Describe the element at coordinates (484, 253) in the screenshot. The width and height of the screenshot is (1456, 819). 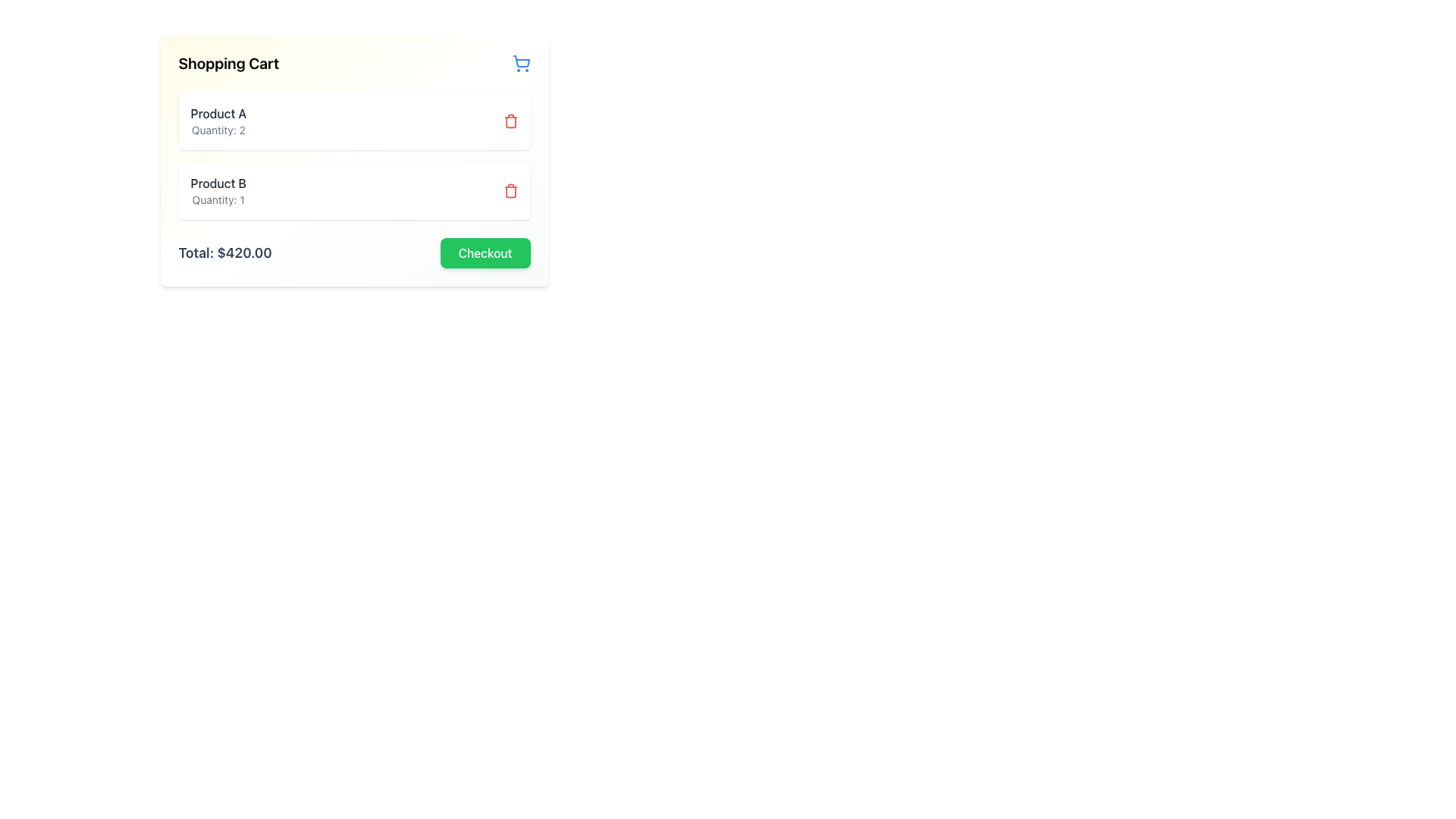
I see `the checkout button located at the bottom-right of the e-commerce interface using keyboard navigation` at that location.